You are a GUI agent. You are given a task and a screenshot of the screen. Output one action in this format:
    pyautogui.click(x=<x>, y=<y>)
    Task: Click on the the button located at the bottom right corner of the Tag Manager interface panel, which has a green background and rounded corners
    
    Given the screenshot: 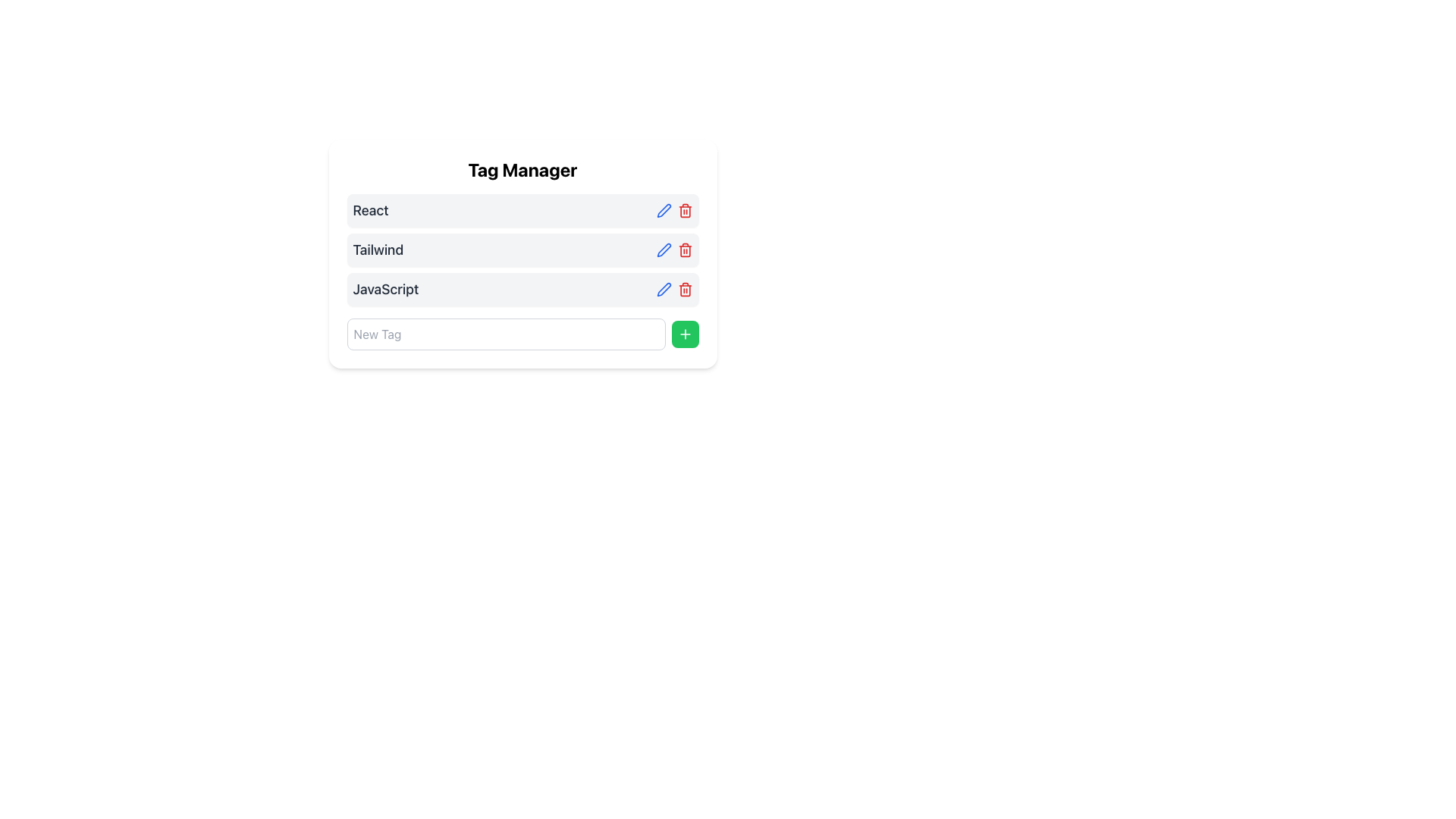 What is the action you would take?
    pyautogui.click(x=684, y=333)
    